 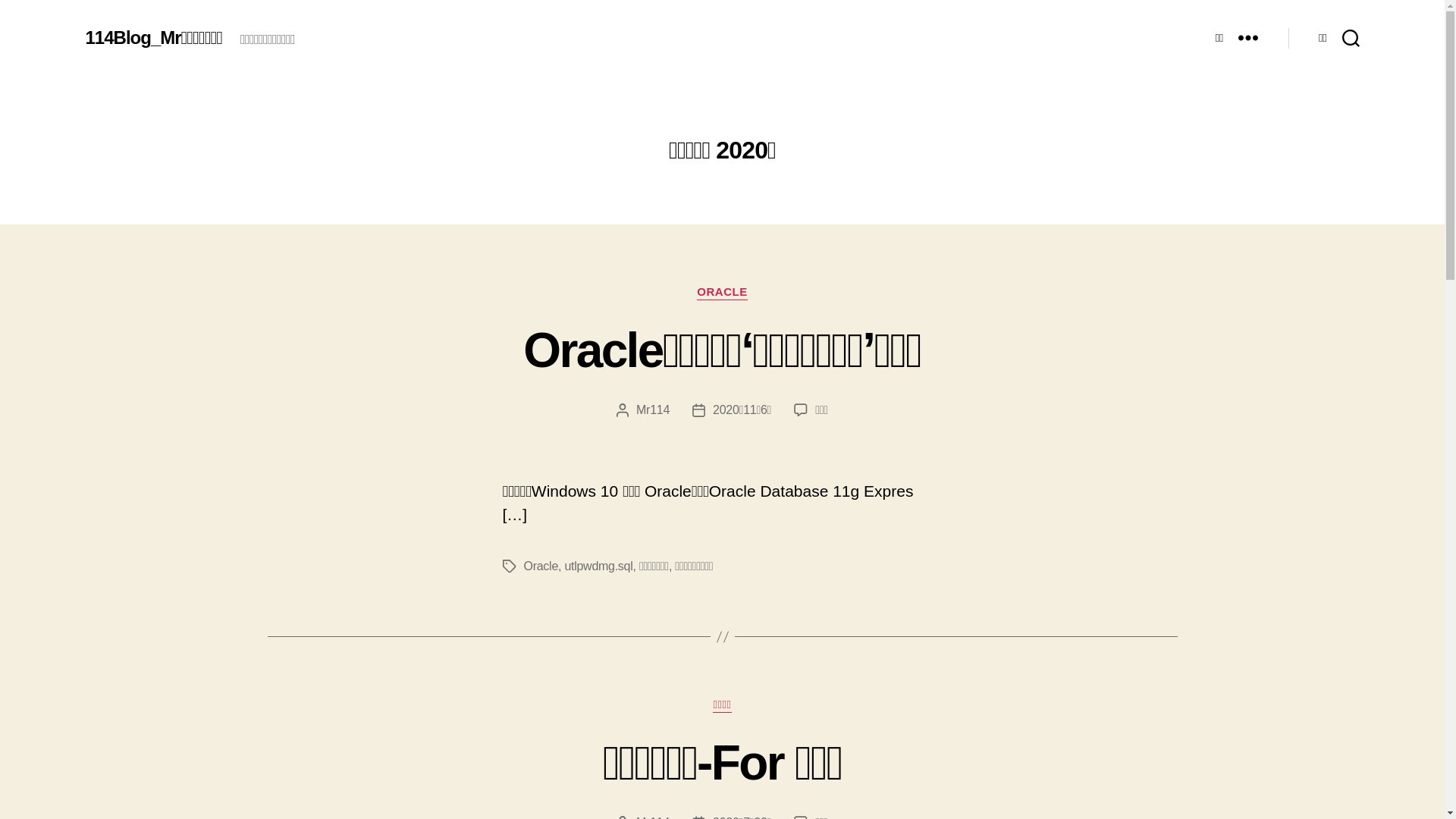 What do you see at coordinates (721, 292) in the screenshot?
I see `'ORACLE'` at bounding box center [721, 292].